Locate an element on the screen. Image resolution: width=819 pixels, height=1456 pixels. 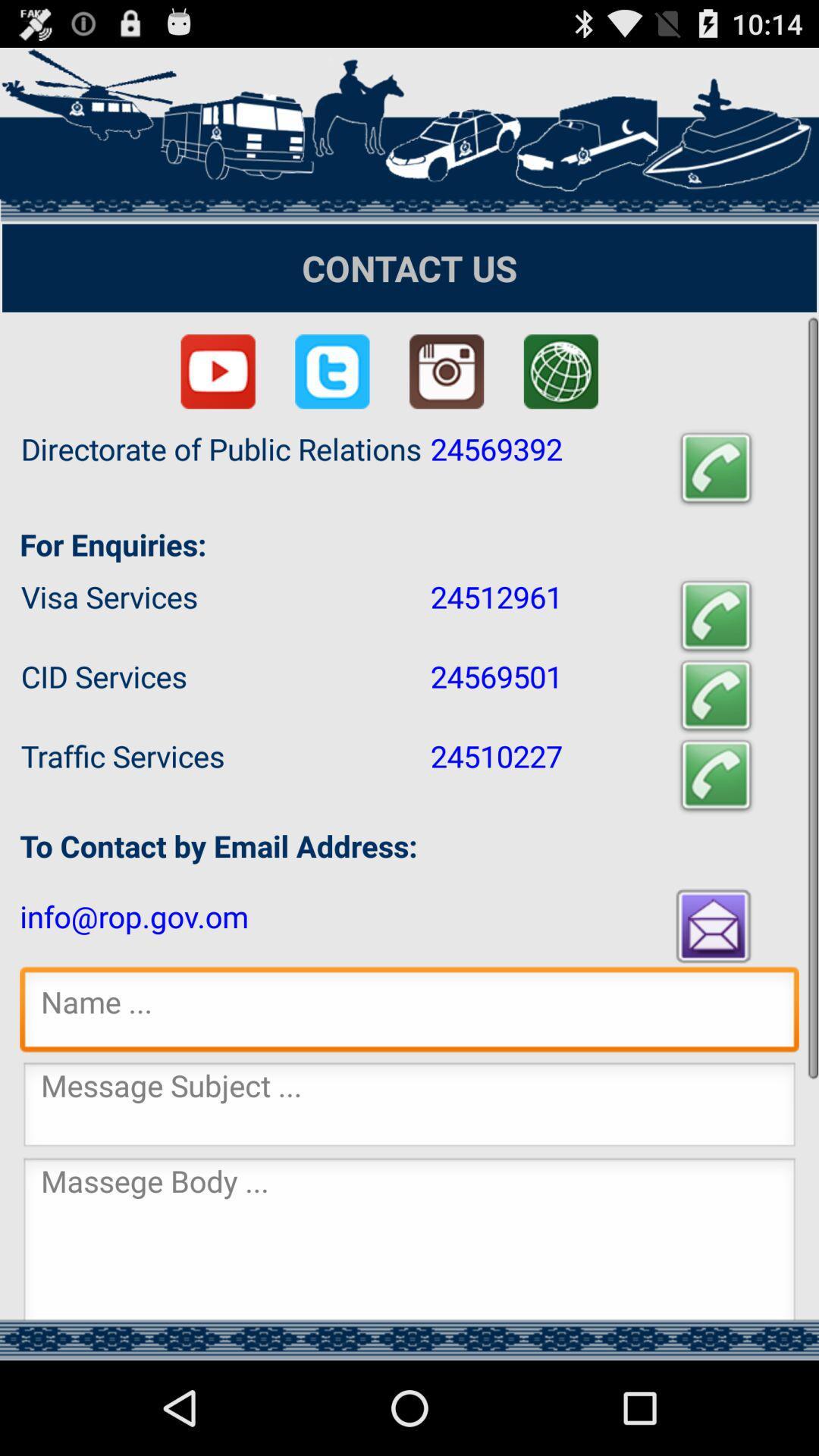
share via twitter icon is located at coordinates (331, 372).